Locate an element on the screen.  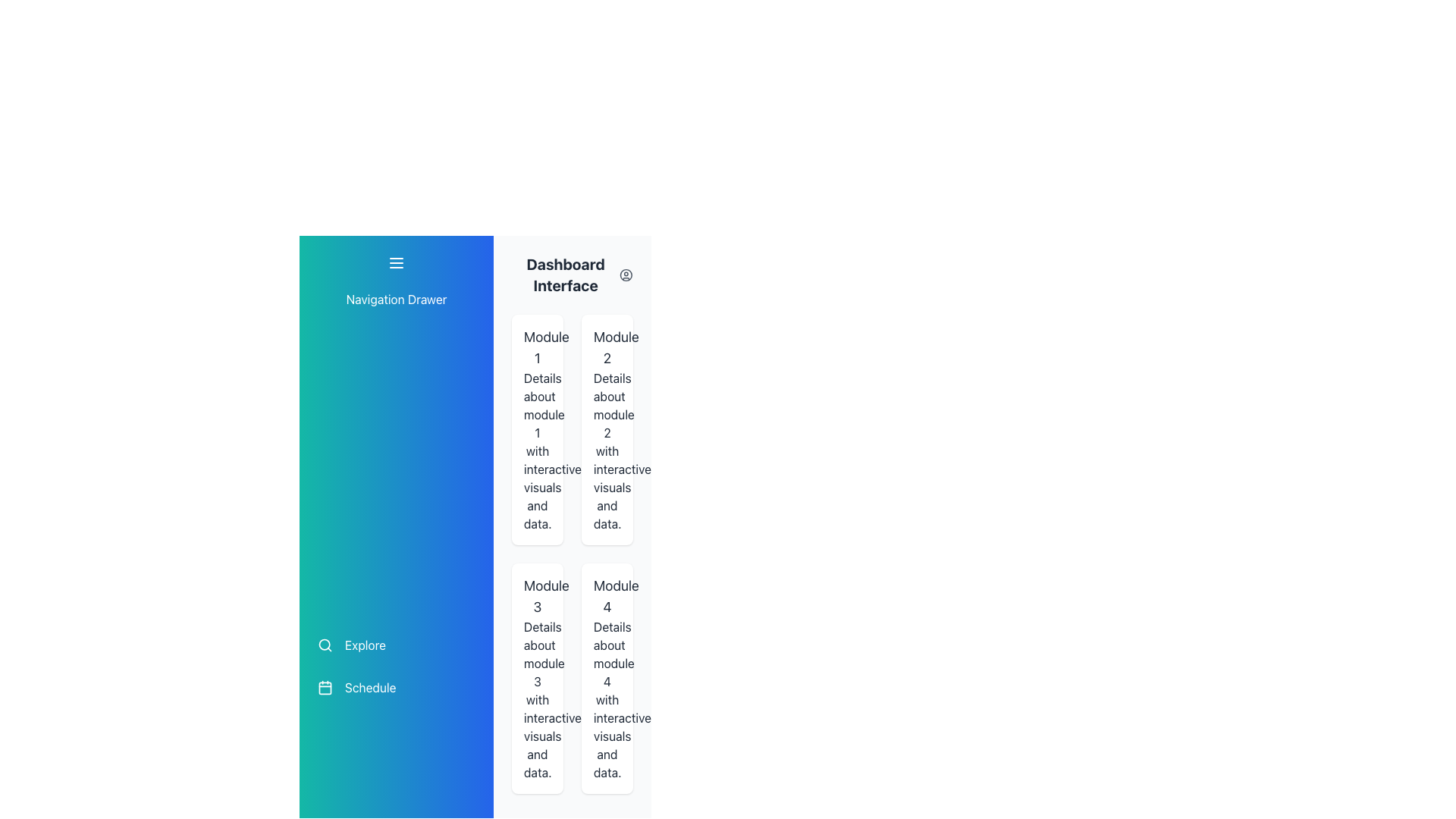
the menu icon button located at the top left corner of the Navigation Drawer is located at coordinates (397, 262).